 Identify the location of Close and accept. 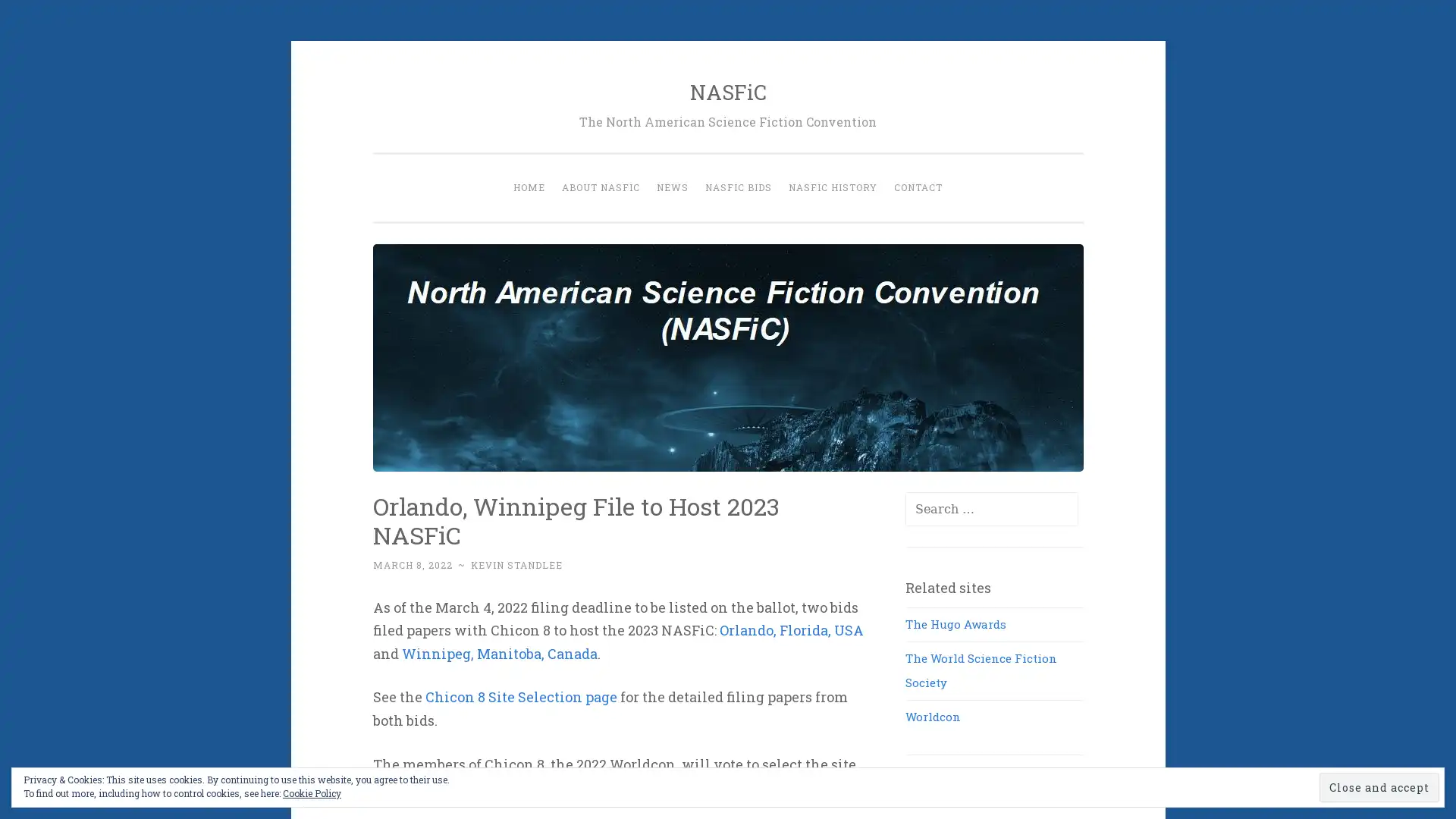
(1379, 786).